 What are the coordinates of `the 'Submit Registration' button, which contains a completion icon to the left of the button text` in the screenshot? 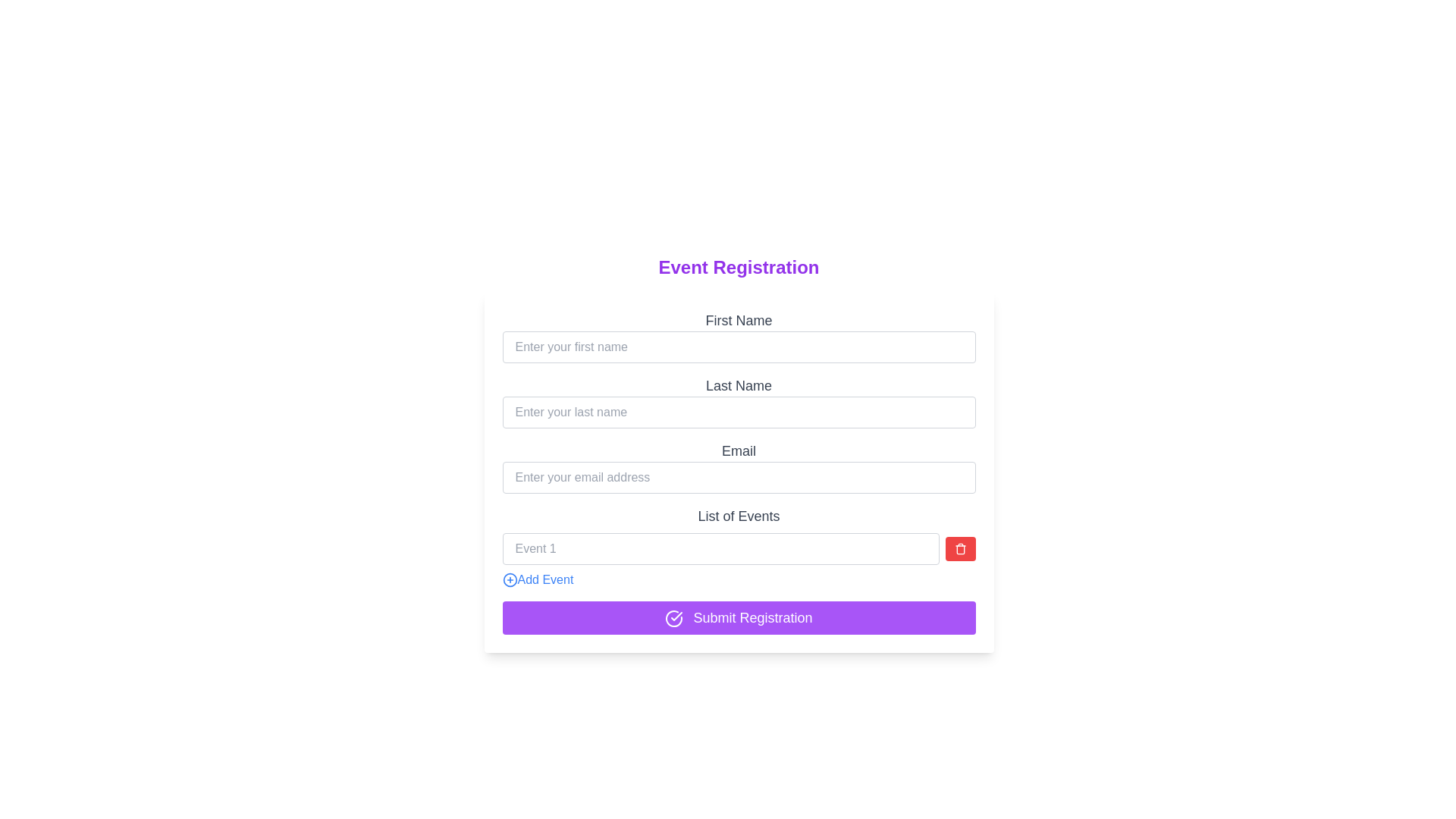 It's located at (673, 619).